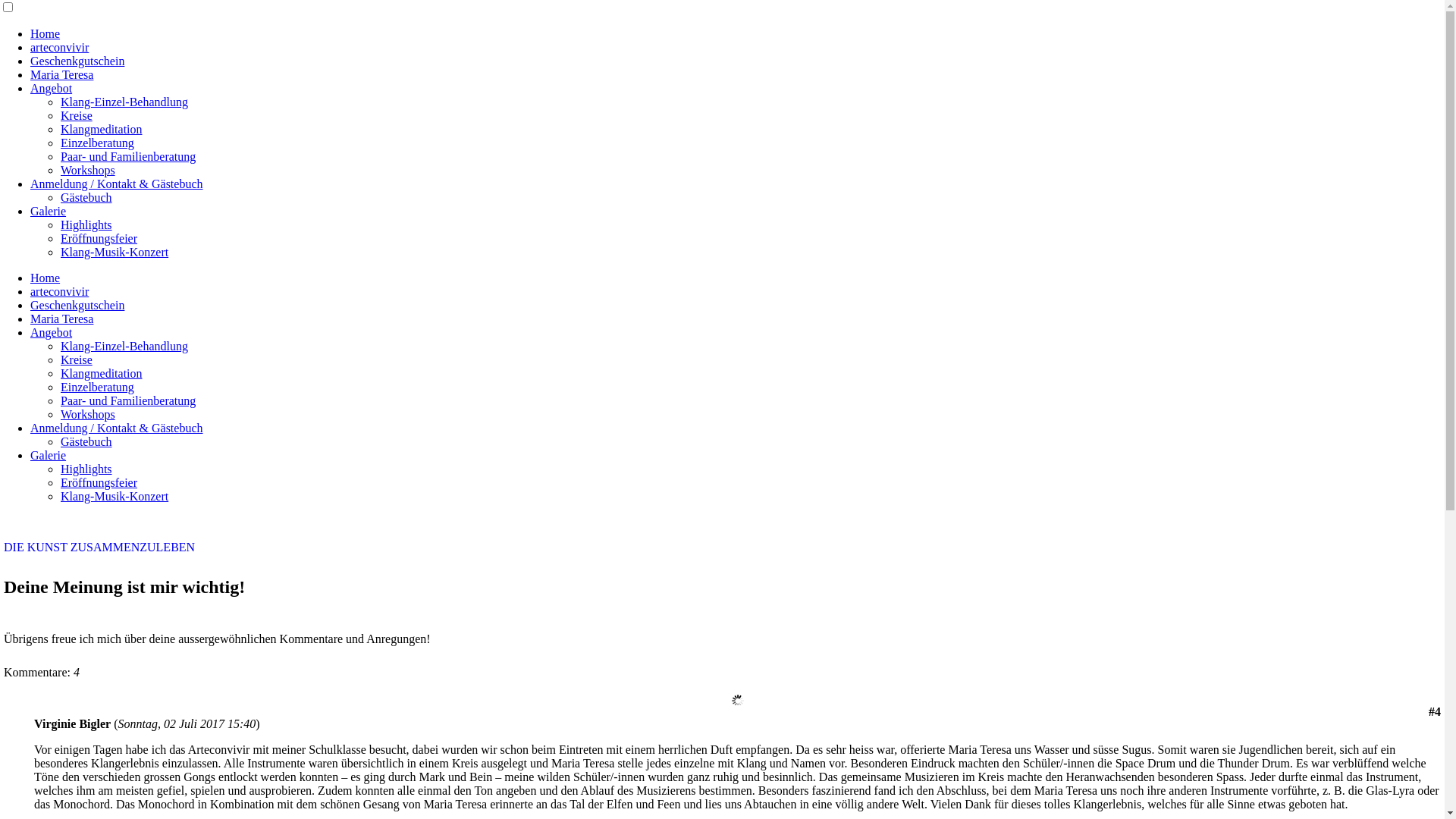 This screenshot has width=1456, height=819. Describe the element at coordinates (96, 386) in the screenshot. I see `'Einzelberatung'` at that location.